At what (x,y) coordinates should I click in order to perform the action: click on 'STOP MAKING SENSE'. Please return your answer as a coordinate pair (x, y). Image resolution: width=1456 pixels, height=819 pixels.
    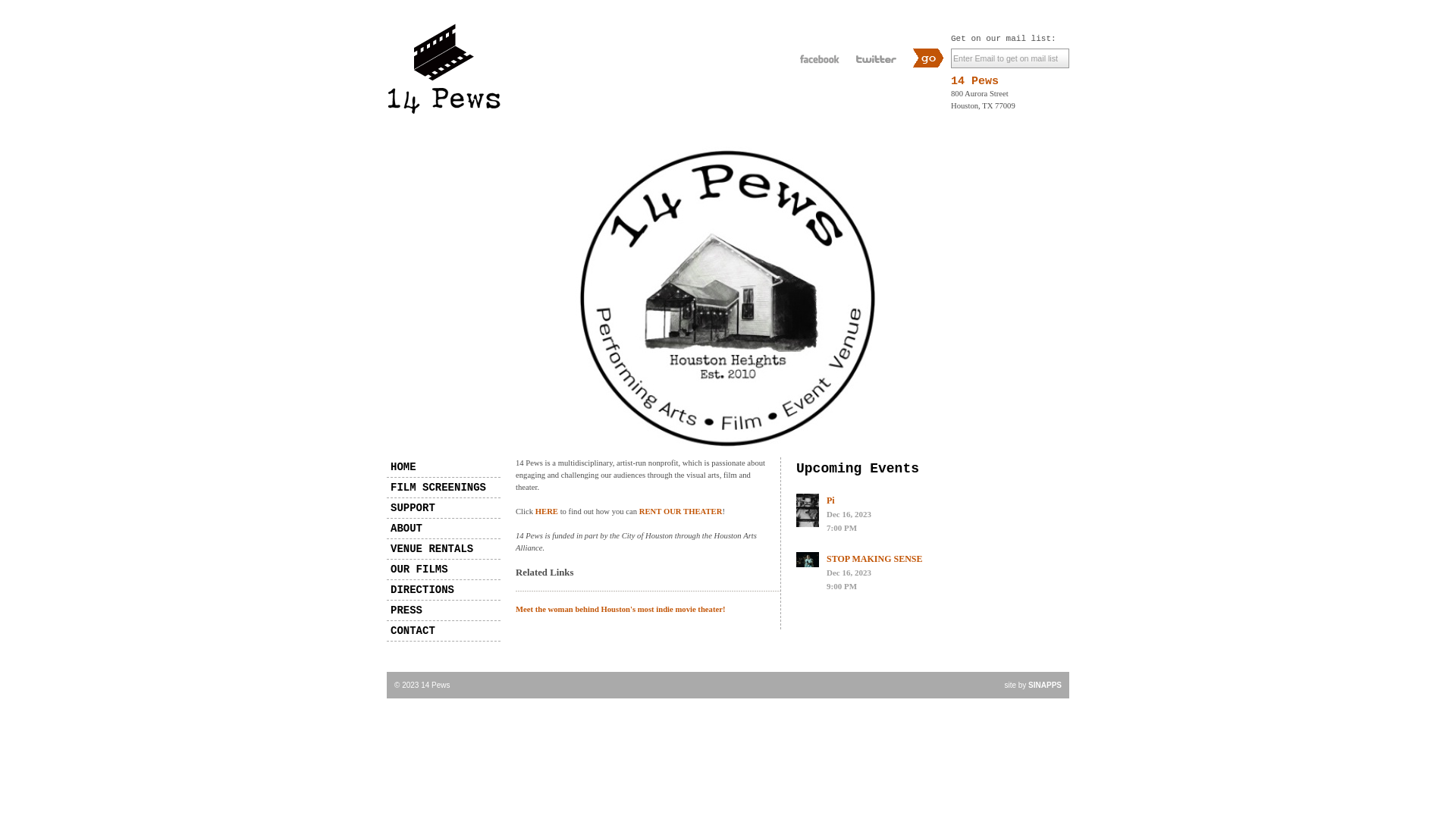
    Looking at the image, I should click on (874, 558).